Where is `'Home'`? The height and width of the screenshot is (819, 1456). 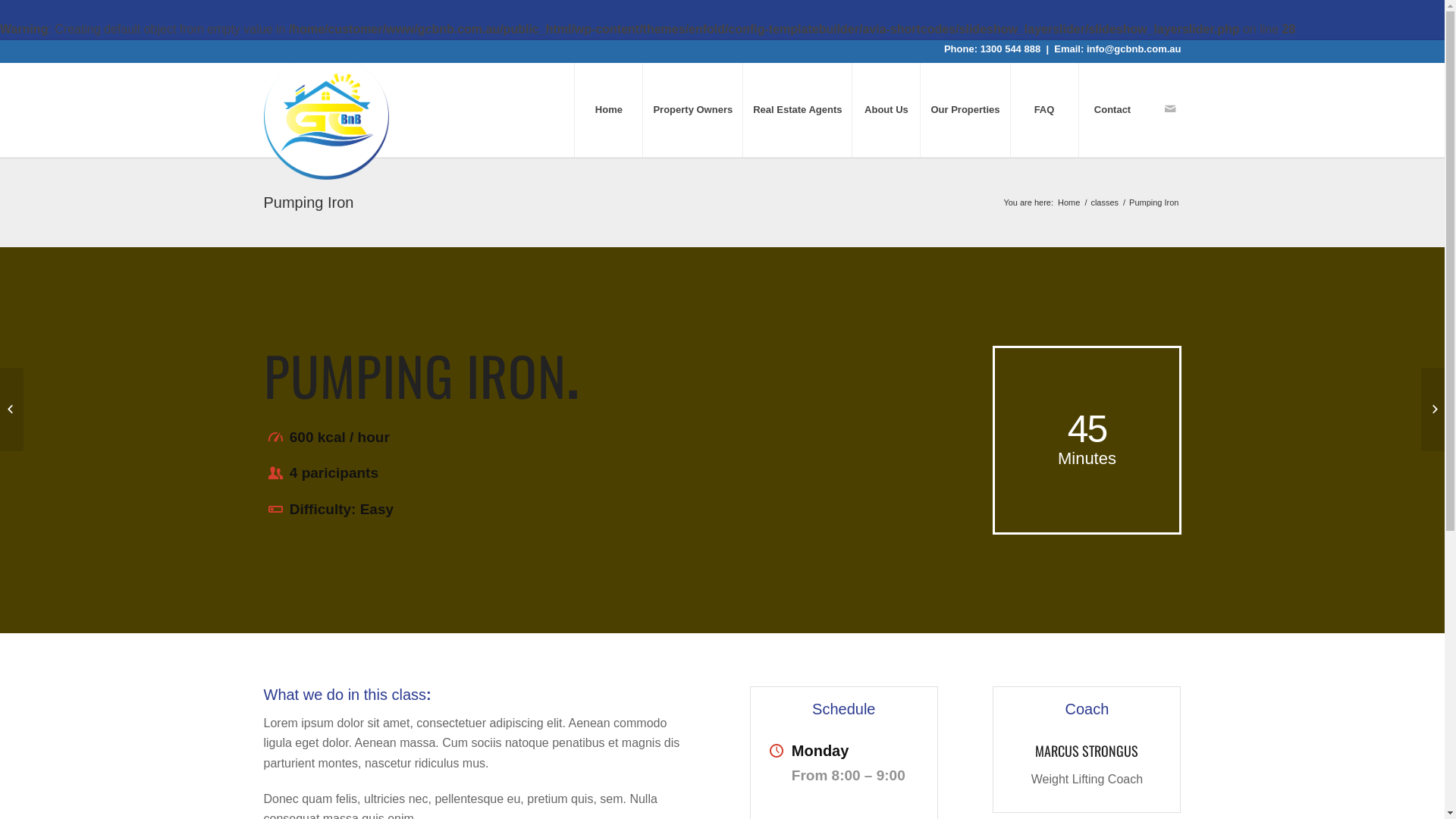 'Home' is located at coordinates (1068, 202).